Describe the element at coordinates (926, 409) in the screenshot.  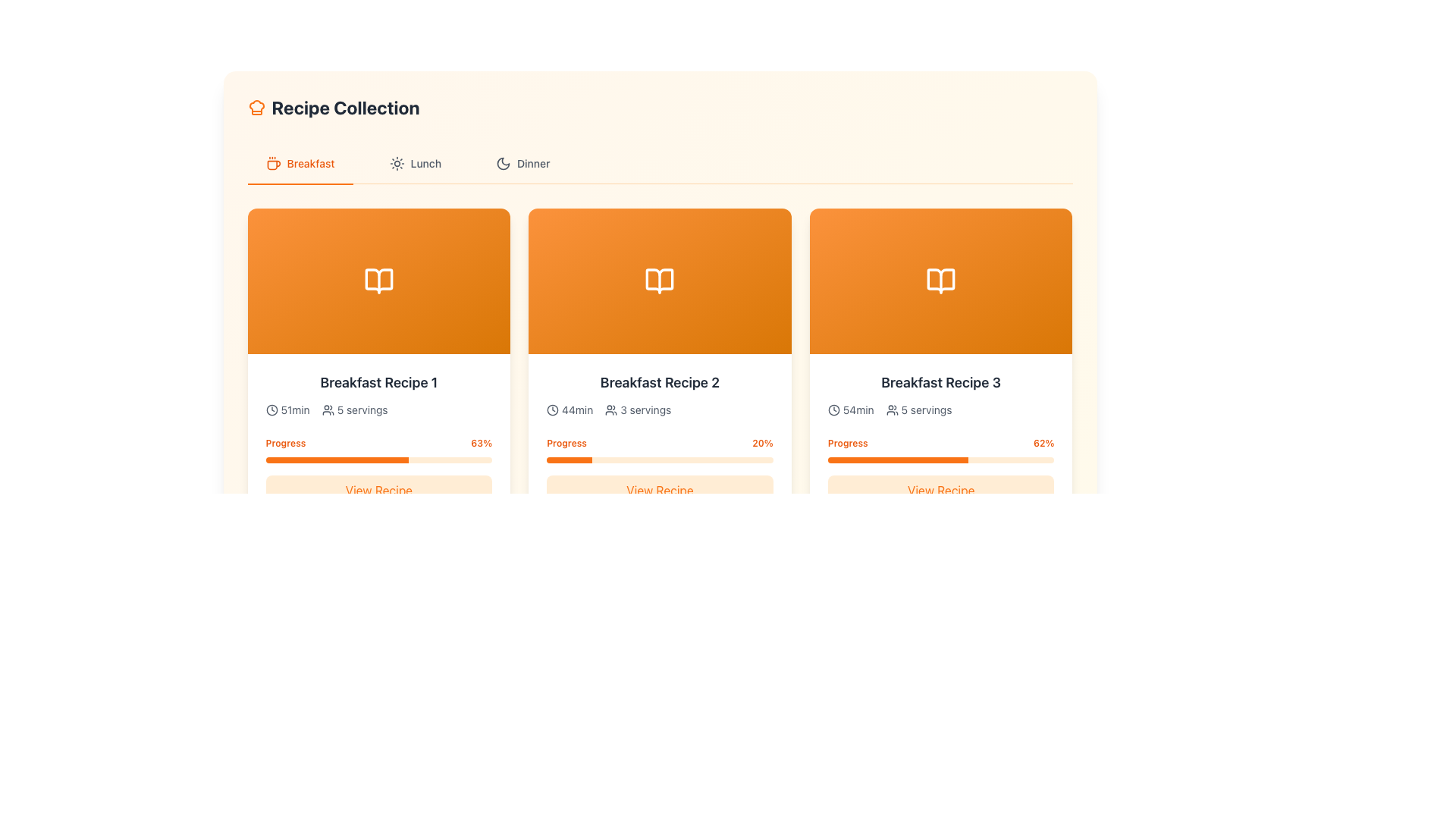
I see `the text label displaying the number of servings for 'Breakfast Recipe 3', located next to the user icon and below the prep time information` at that location.